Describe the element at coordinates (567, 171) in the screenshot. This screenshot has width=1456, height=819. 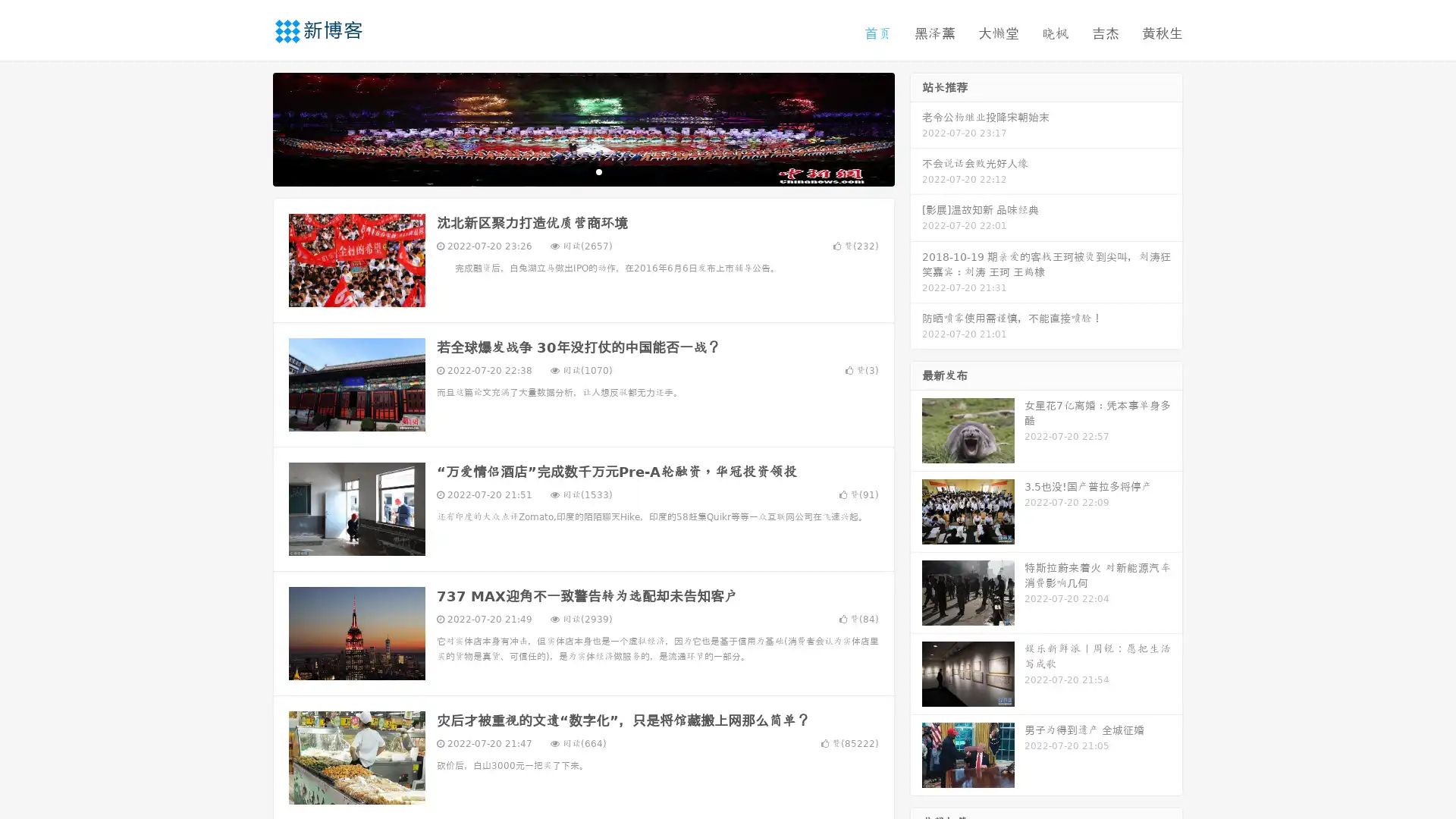
I see `Go to slide 1` at that location.